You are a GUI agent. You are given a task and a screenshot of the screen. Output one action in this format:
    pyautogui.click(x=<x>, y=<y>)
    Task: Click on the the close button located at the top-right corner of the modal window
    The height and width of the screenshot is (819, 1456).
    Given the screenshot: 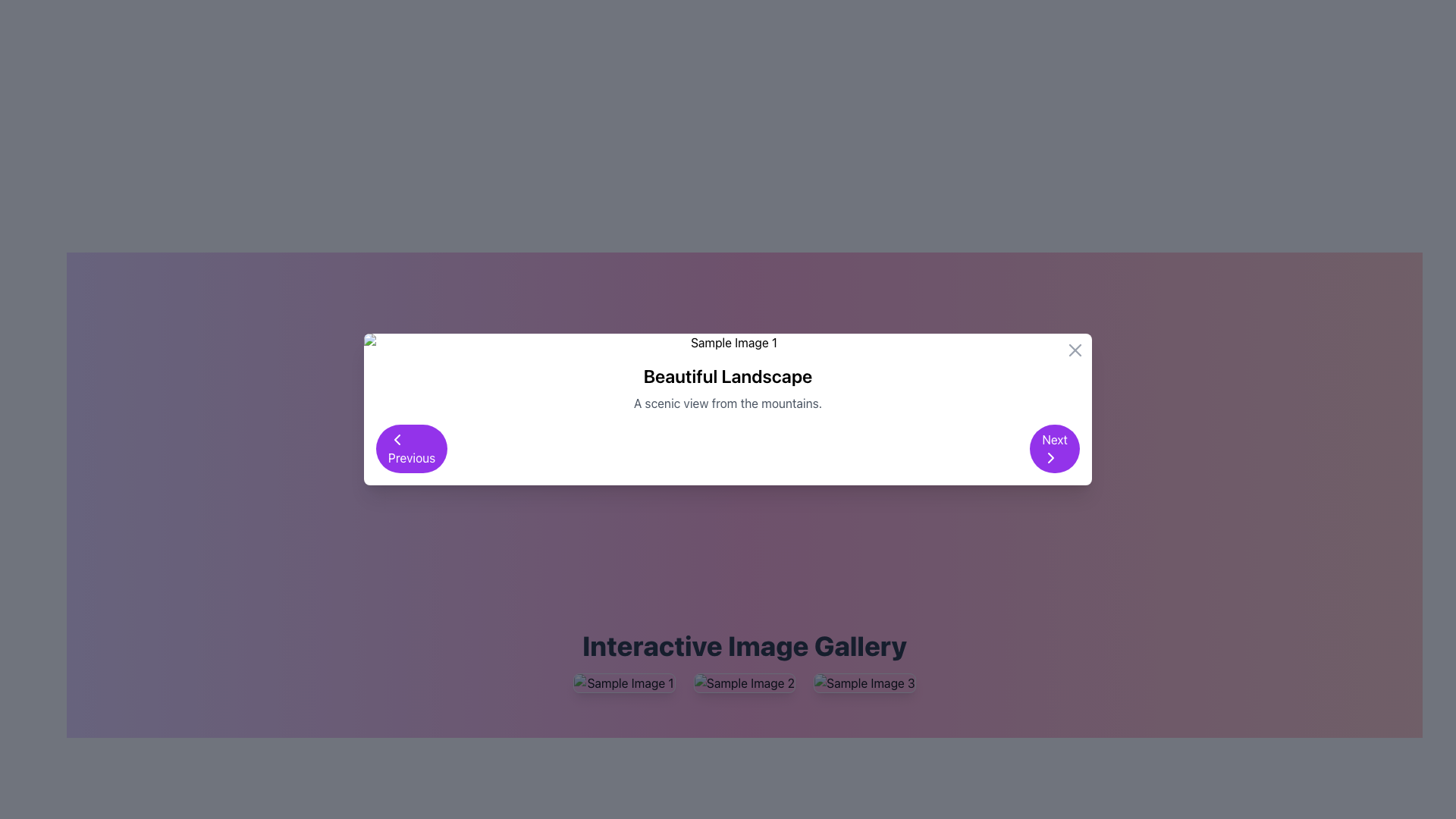 What is the action you would take?
    pyautogui.click(x=1074, y=350)
    